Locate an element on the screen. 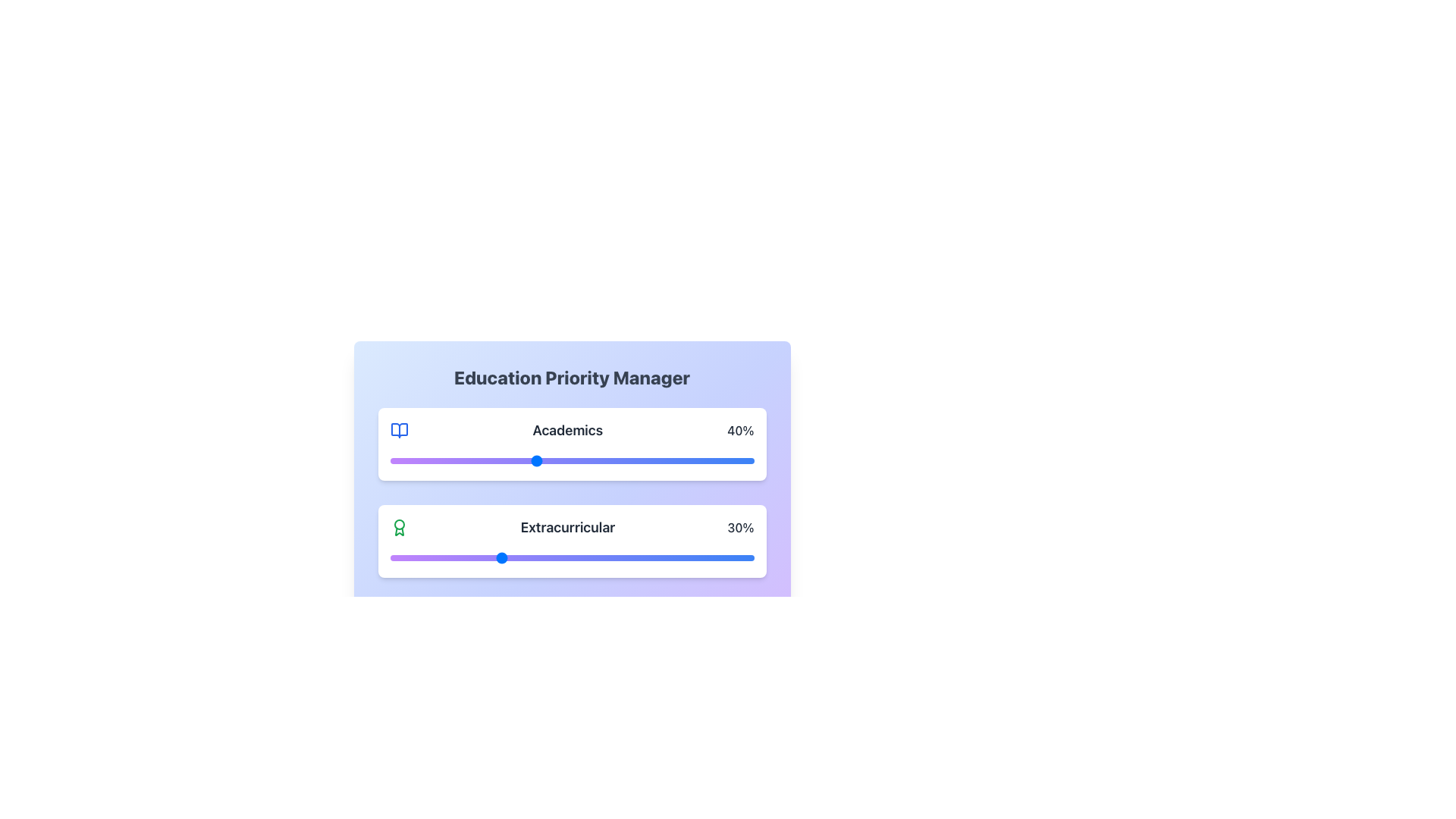 The height and width of the screenshot is (819, 1456). the slider is located at coordinates (412, 558).